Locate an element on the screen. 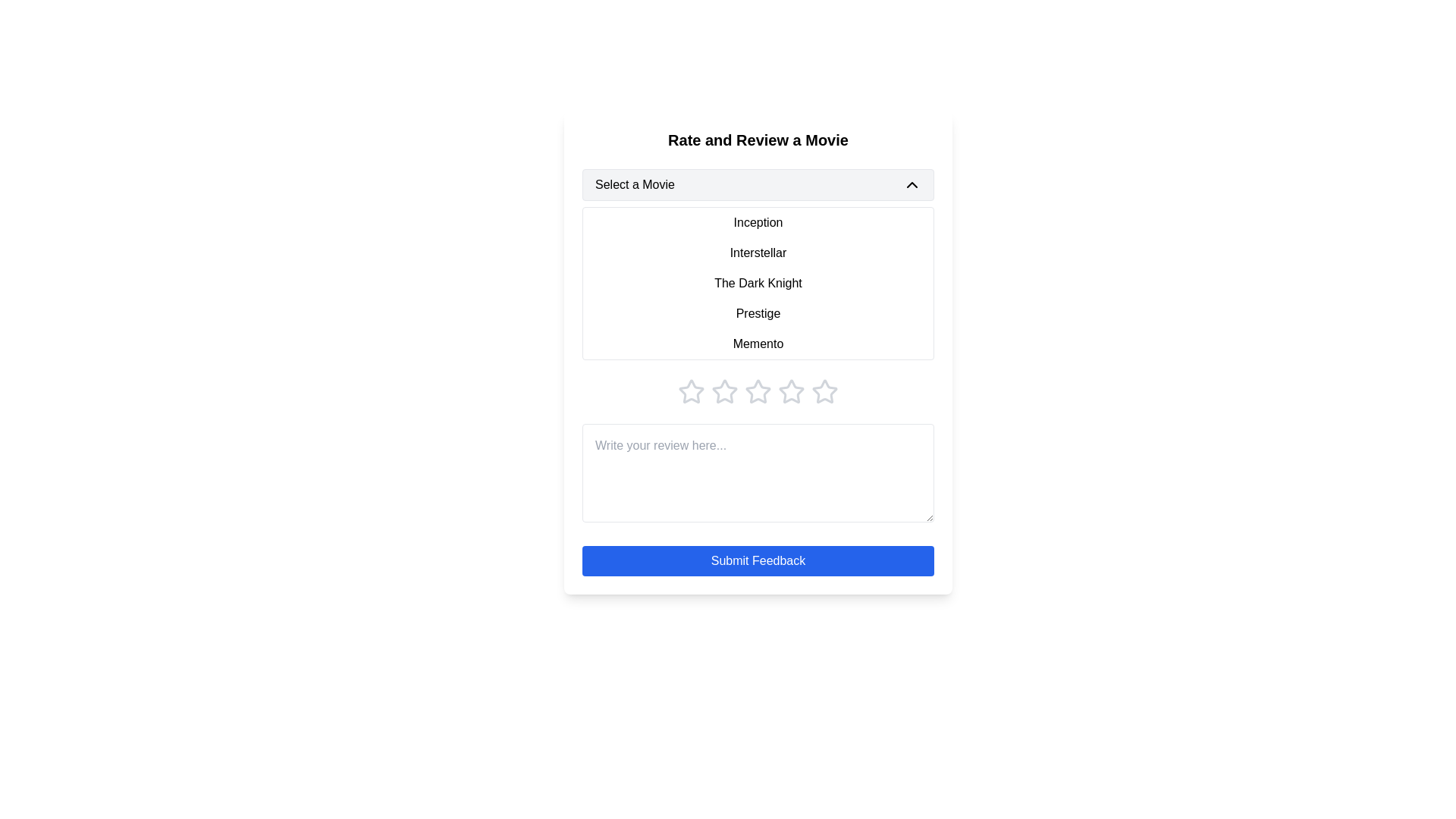  the fifth star icon in the rating system is located at coordinates (824, 391).